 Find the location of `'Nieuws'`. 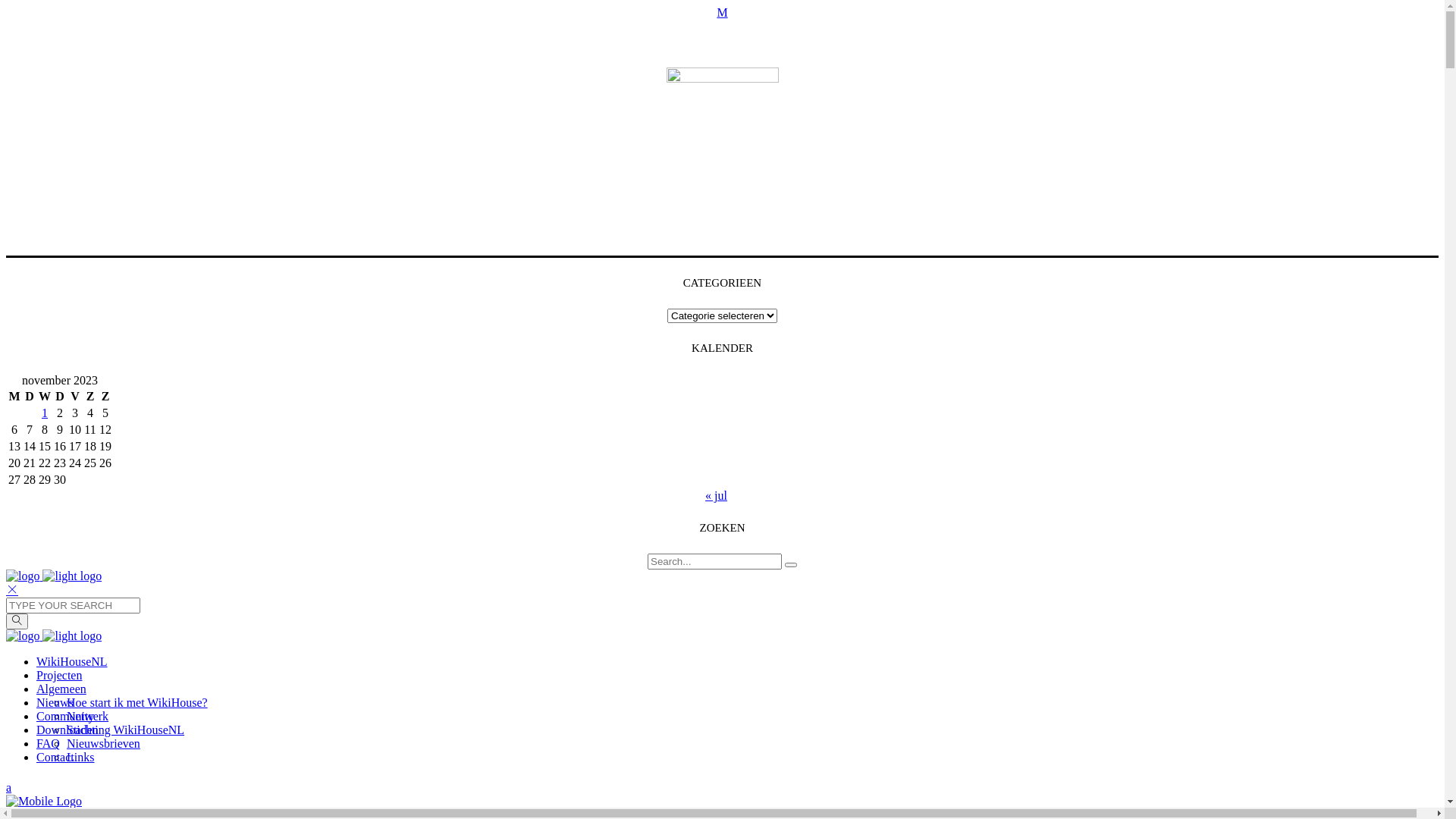

'Nieuws' is located at coordinates (55, 702).